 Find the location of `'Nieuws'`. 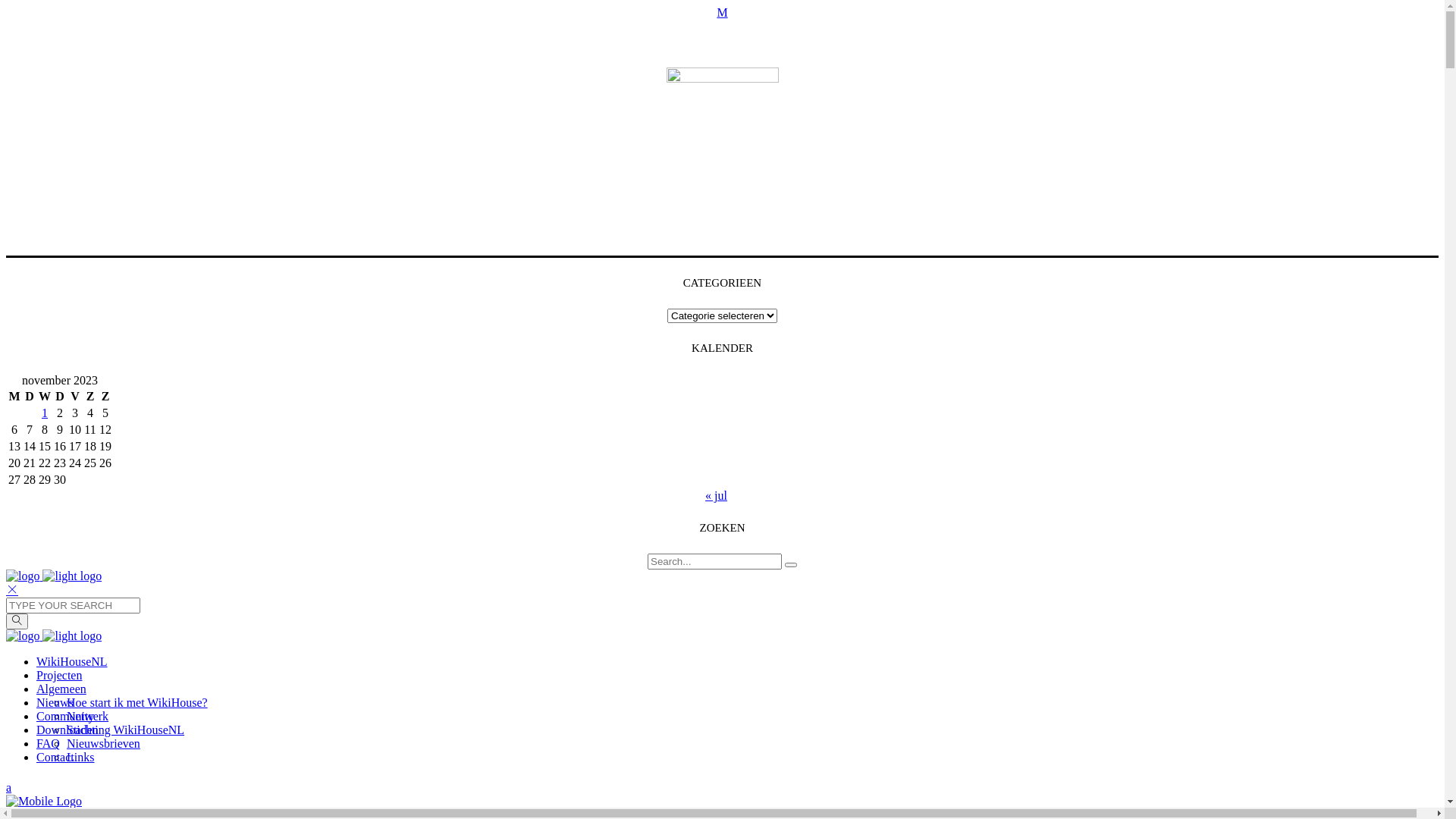

'Nieuws' is located at coordinates (55, 702).